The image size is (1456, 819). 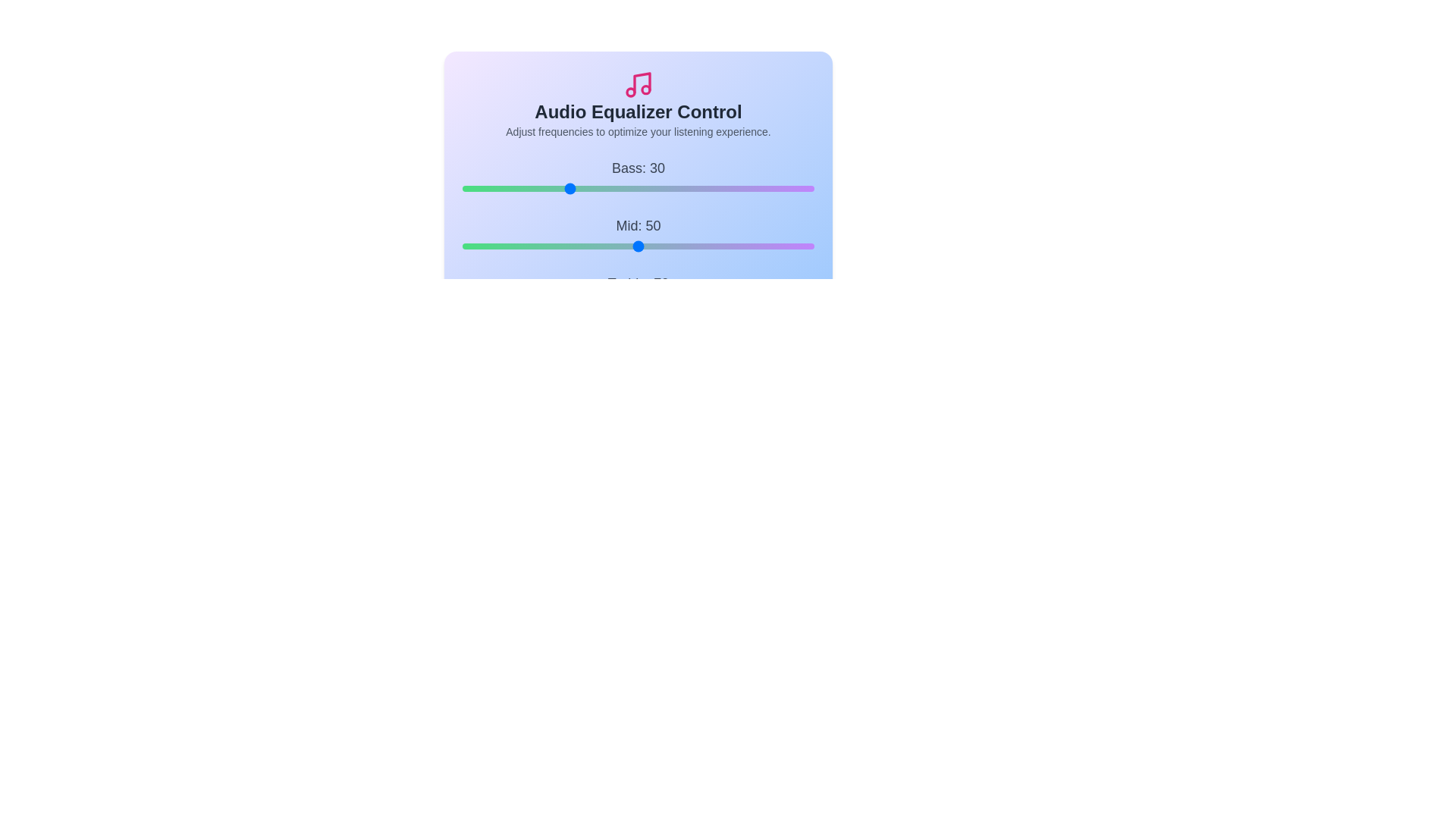 What do you see at coordinates (581, 245) in the screenshot?
I see `the 'Mid' slider to set the midrange level to 34` at bounding box center [581, 245].